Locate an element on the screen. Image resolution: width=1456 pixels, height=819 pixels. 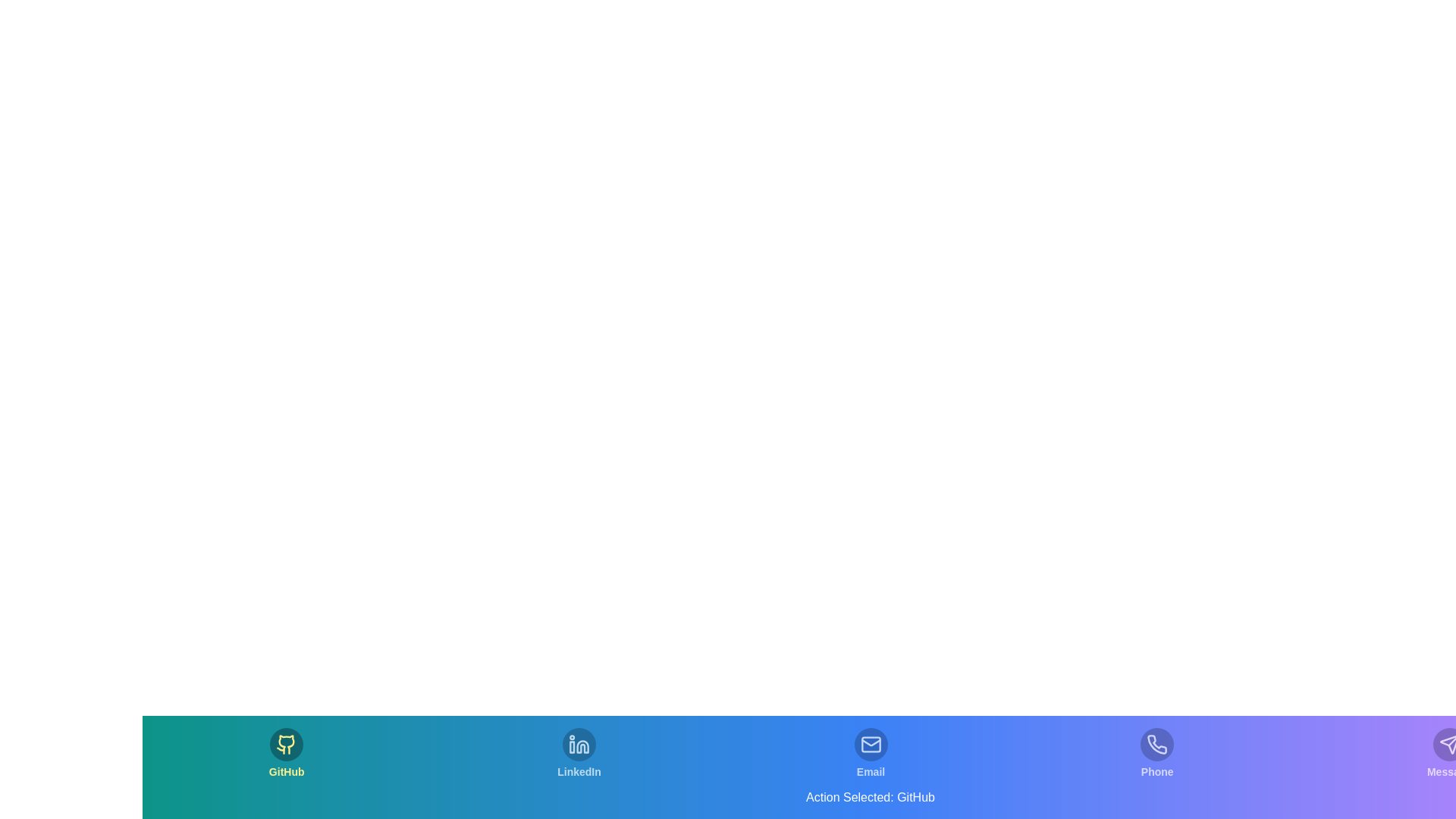
the tab corresponding to Phone to observe the action text update is located at coordinates (1156, 754).